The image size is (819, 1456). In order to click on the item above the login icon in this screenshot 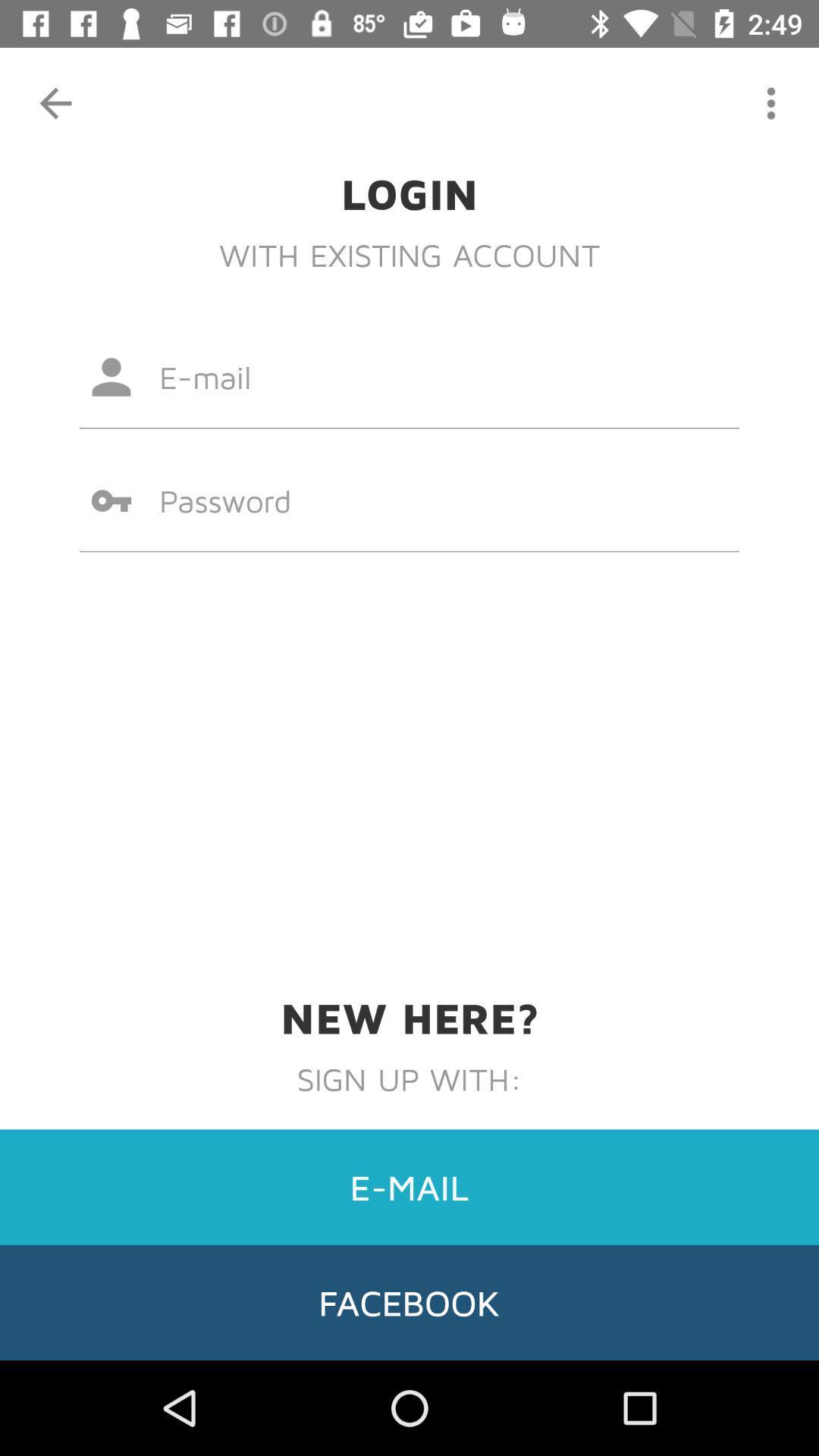, I will do `click(771, 102)`.